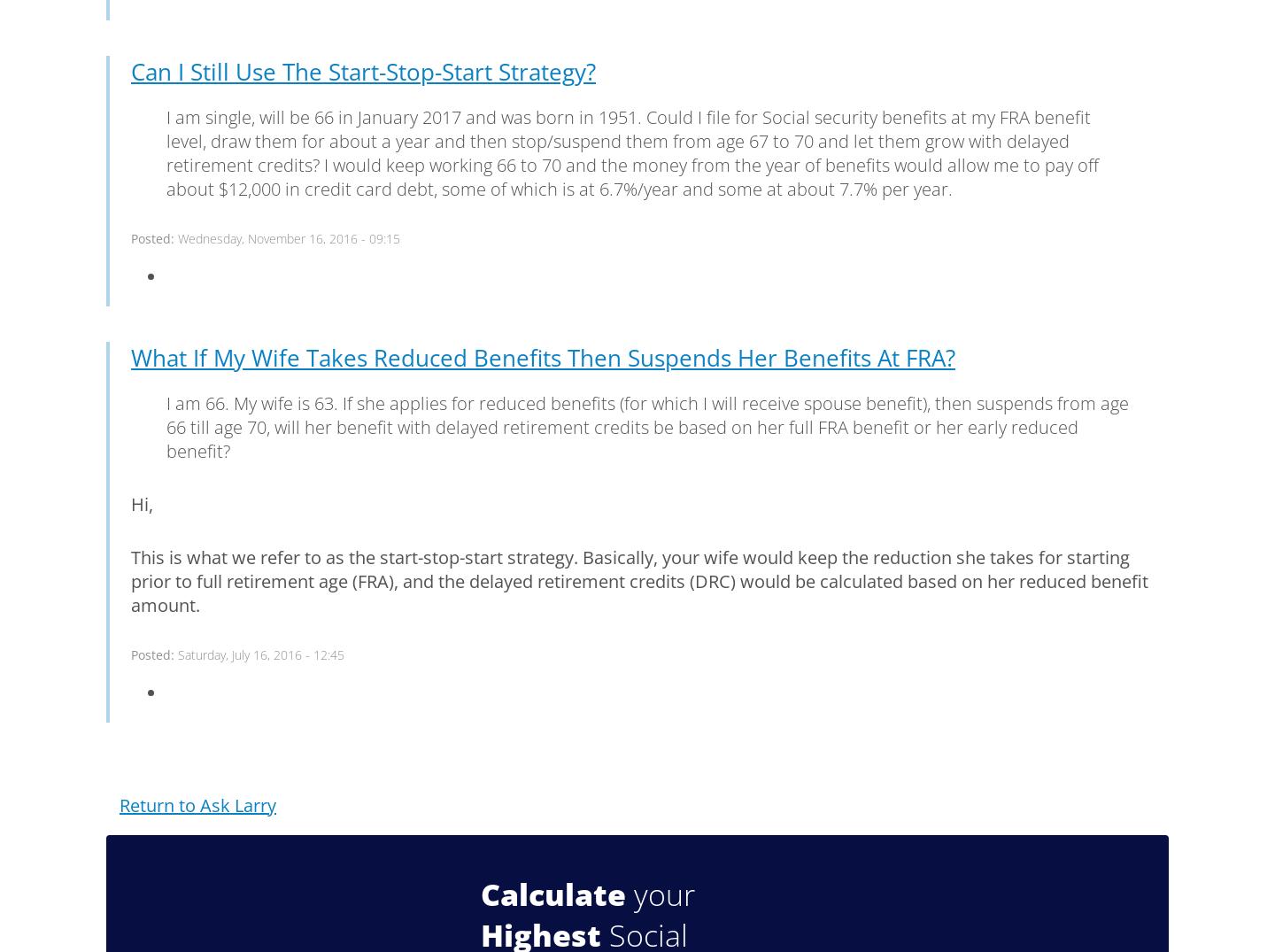 The height and width of the screenshot is (952, 1275). I want to click on 'Wednesday, November 16, 2016 - 09:15', so click(289, 237).